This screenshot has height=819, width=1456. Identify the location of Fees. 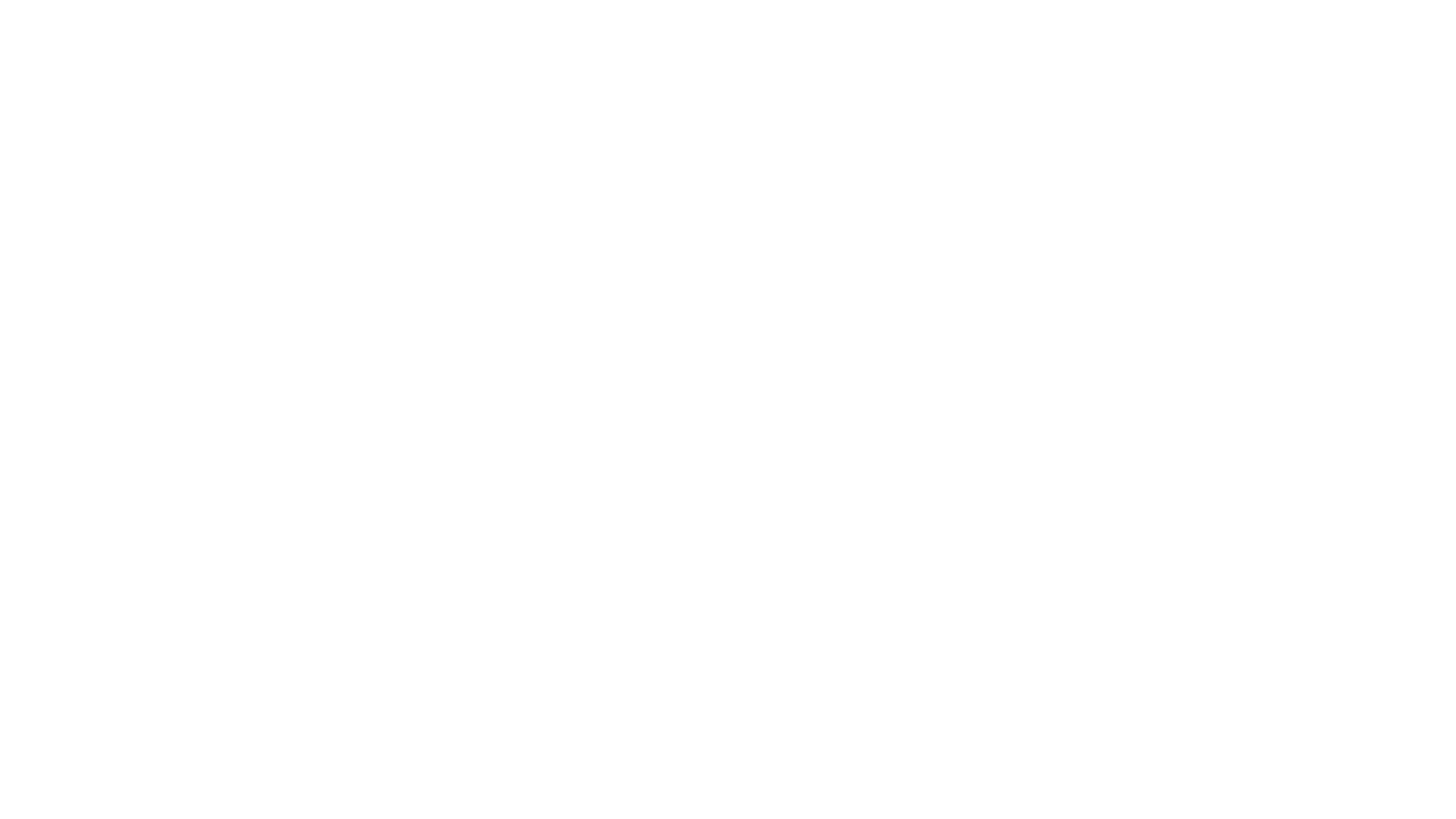
(750, 48).